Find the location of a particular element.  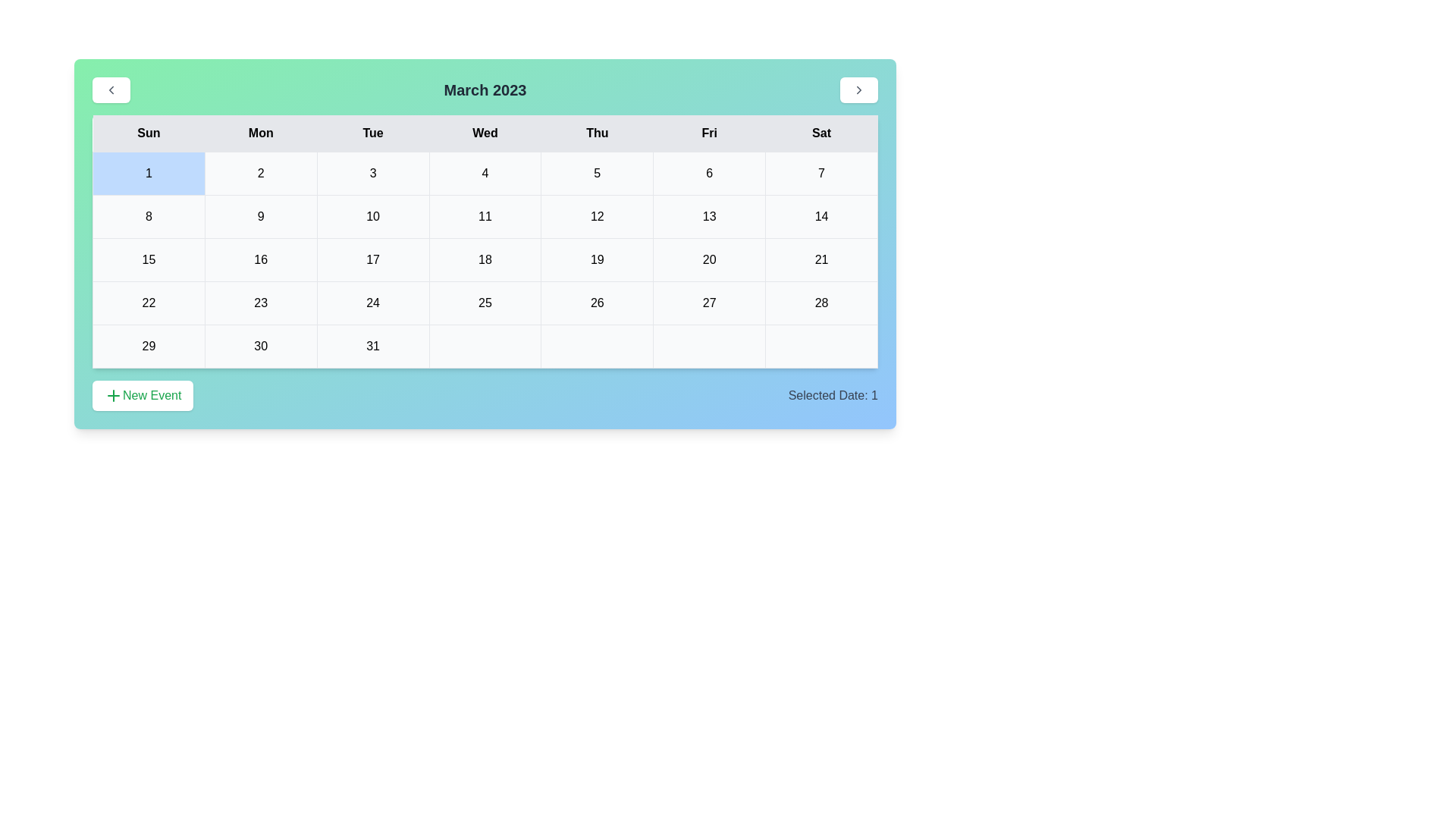

the cell representing the date 29 in the calendar is located at coordinates (149, 346).